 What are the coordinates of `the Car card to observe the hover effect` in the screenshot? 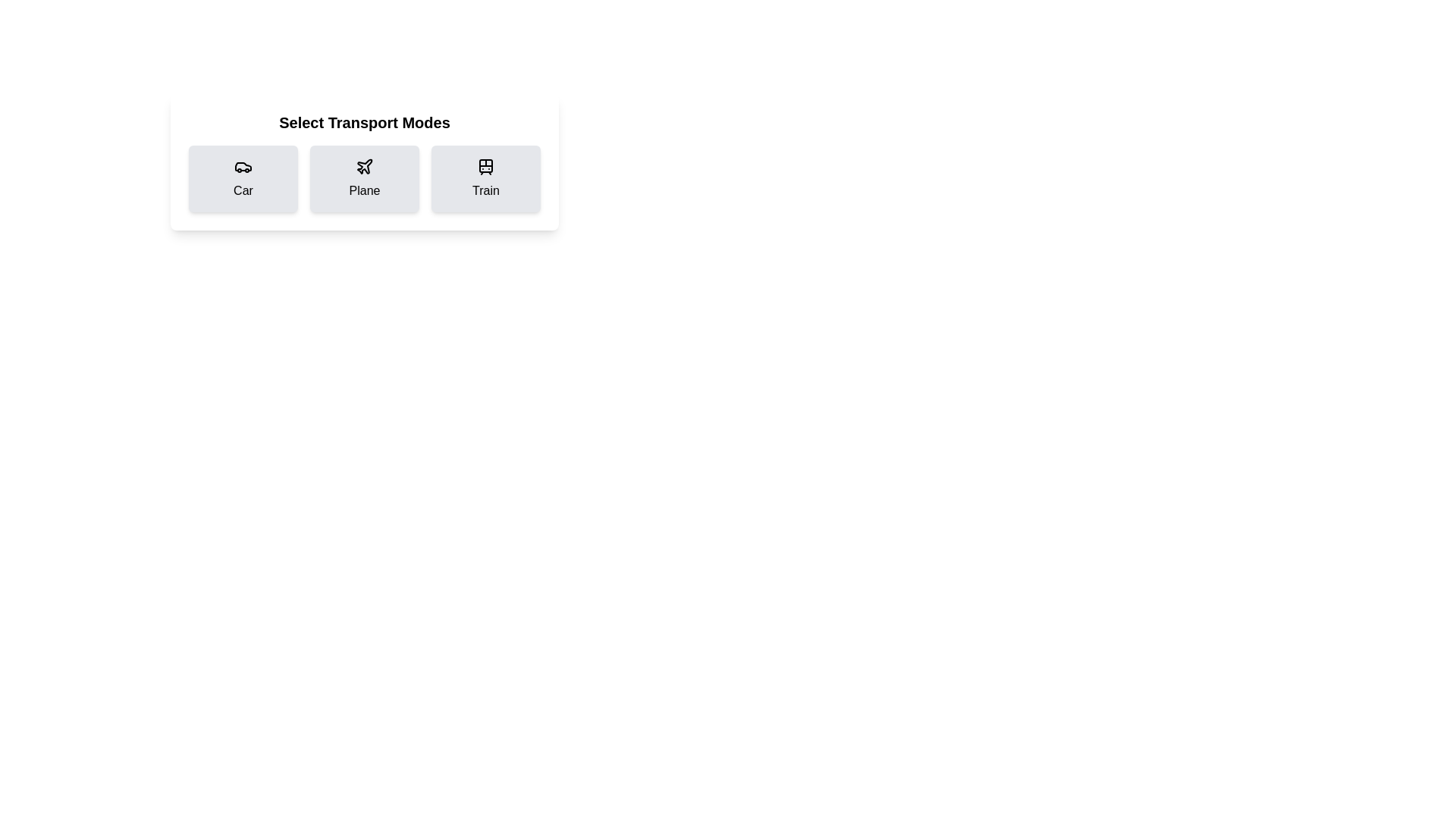 It's located at (243, 177).